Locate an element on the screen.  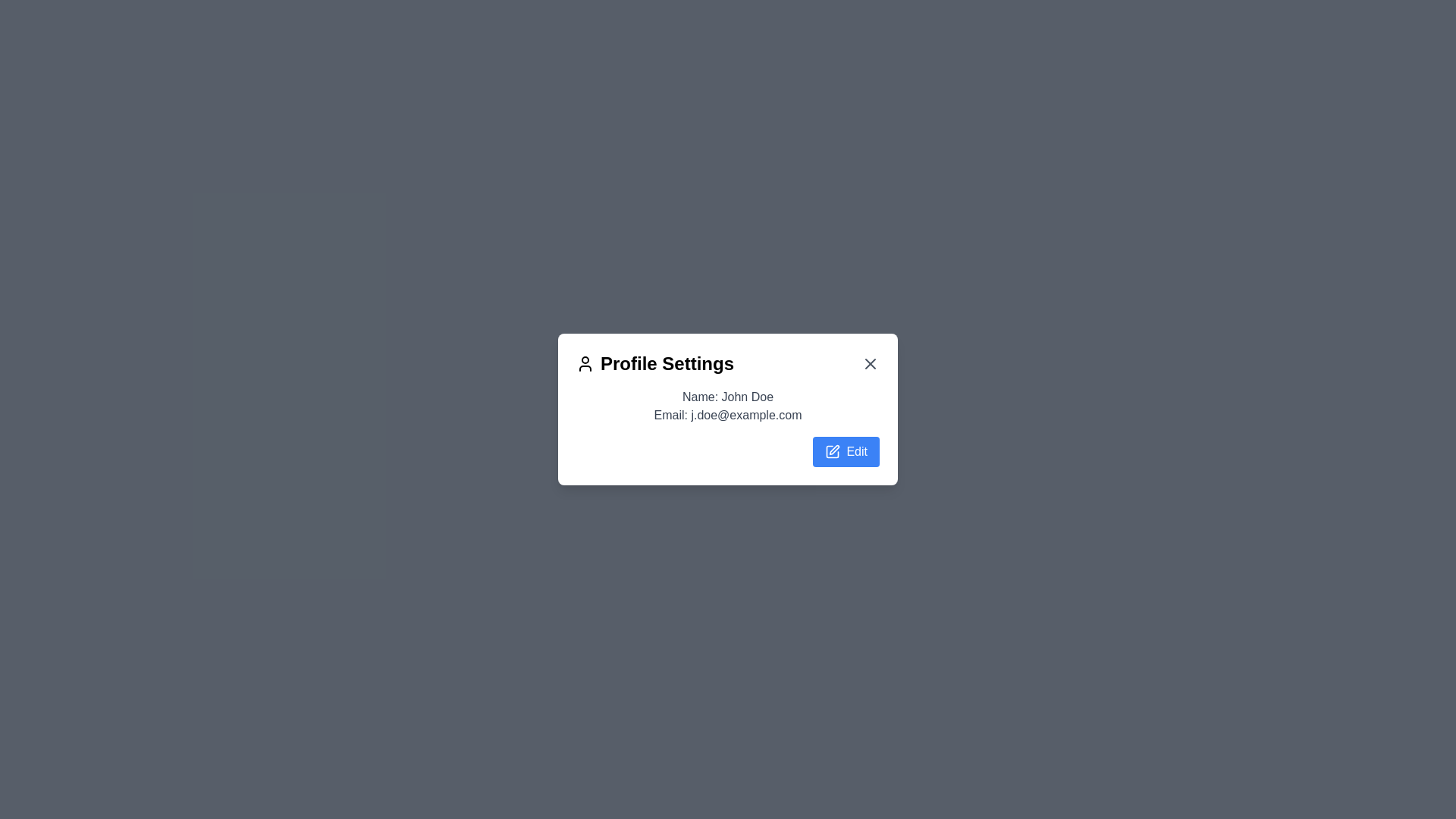
the close button at the top-right of the modal dialog is located at coordinates (870, 363).